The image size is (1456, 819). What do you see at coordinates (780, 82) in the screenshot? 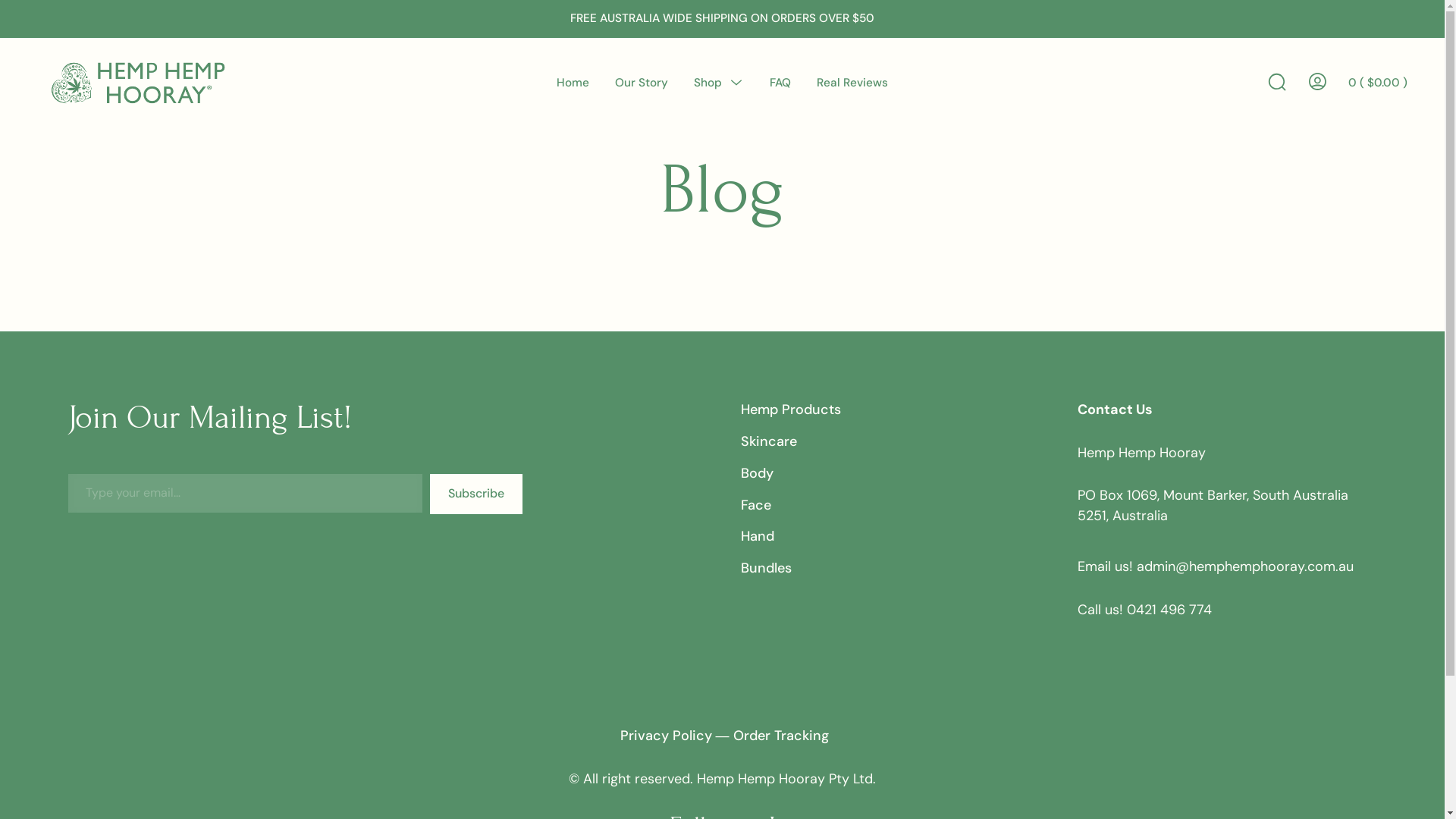
I see `'FAQ'` at bounding box center [780, 82].